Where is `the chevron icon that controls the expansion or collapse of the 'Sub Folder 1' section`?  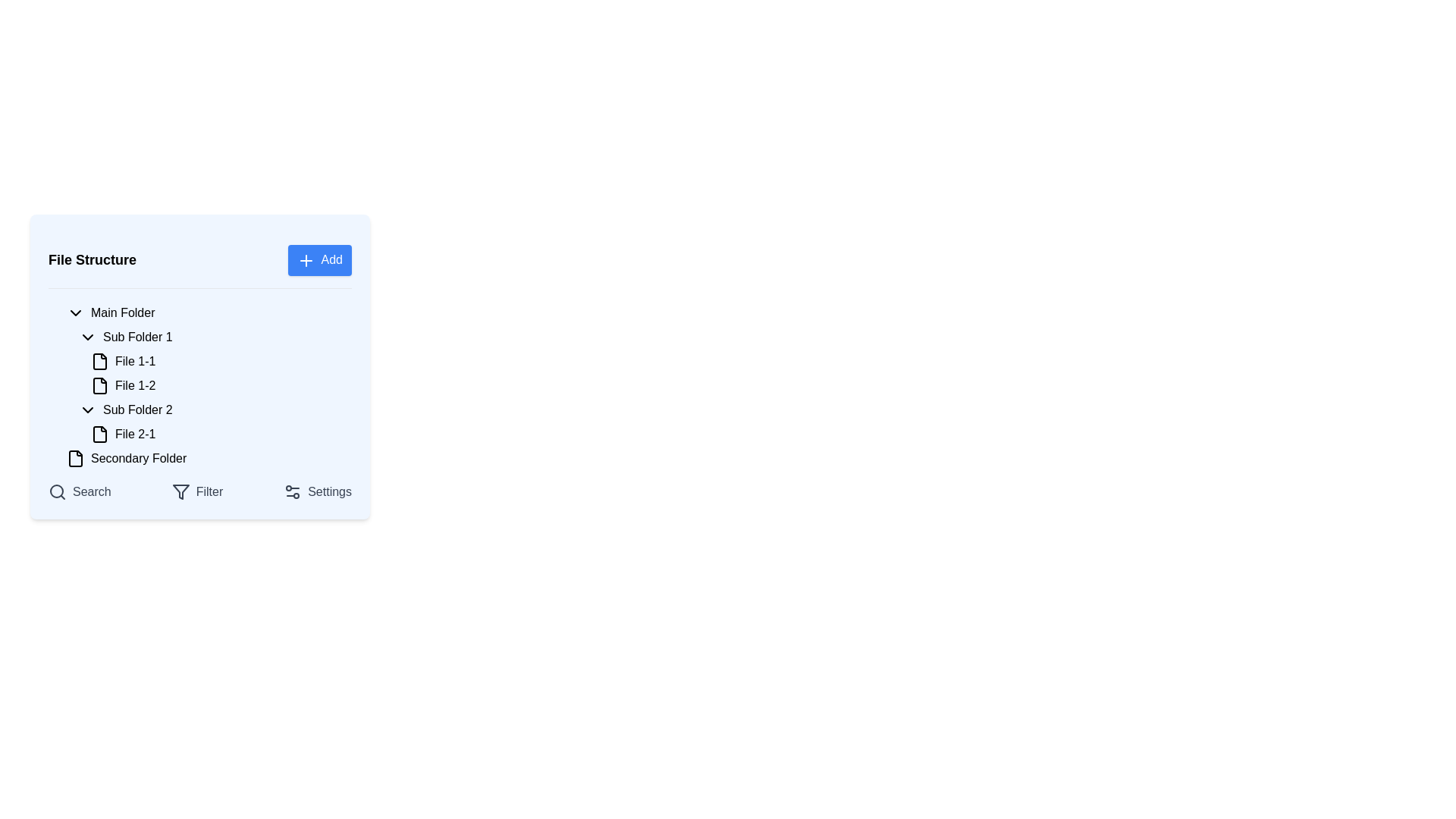 the chevron icon that controls the expansion or collapse of the 'Sub Folder 1' section is located at coordinates (86, 335).